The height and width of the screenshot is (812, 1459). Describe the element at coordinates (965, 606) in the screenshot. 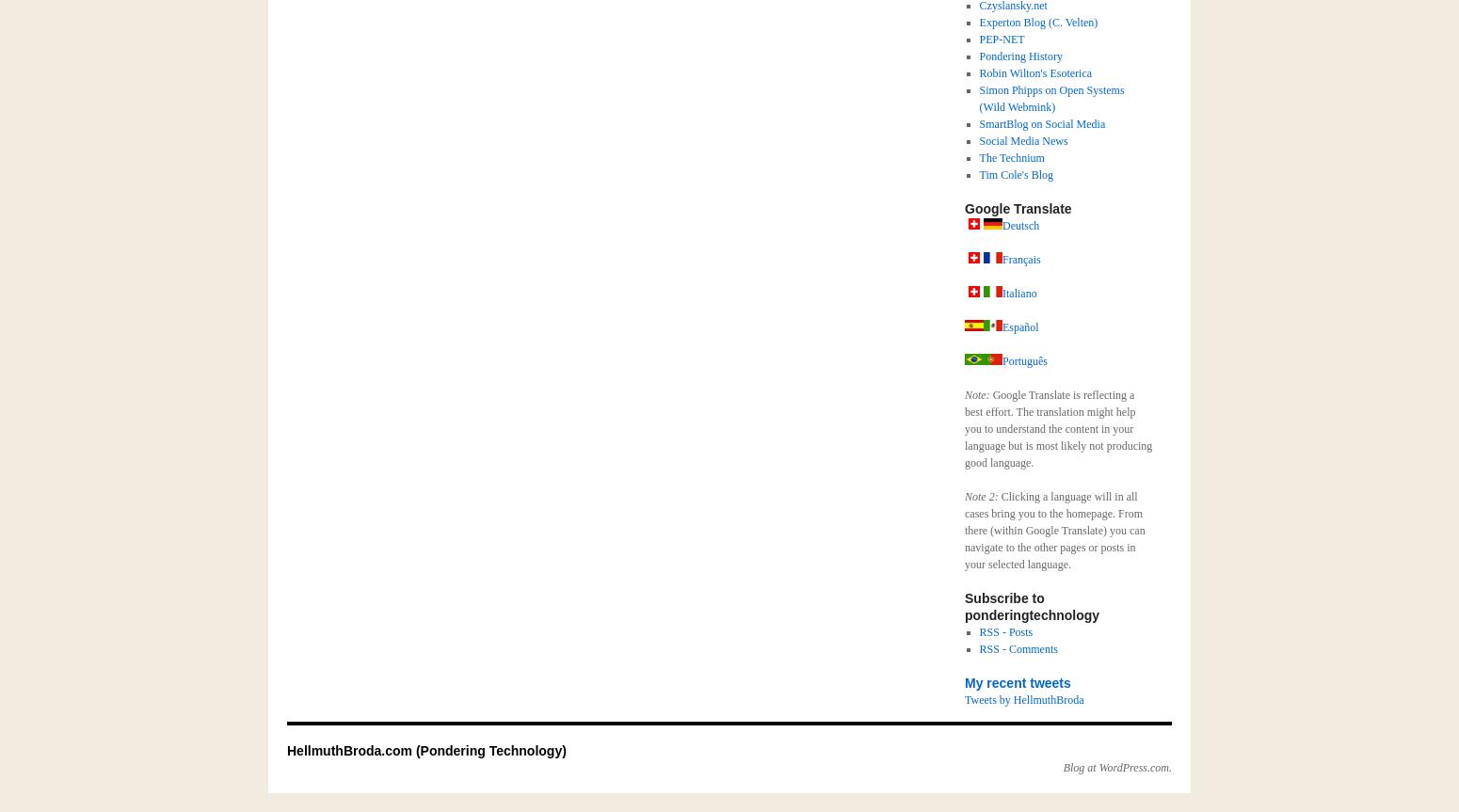

I see `'Subscribe to ponderingtechnology'` at that location.